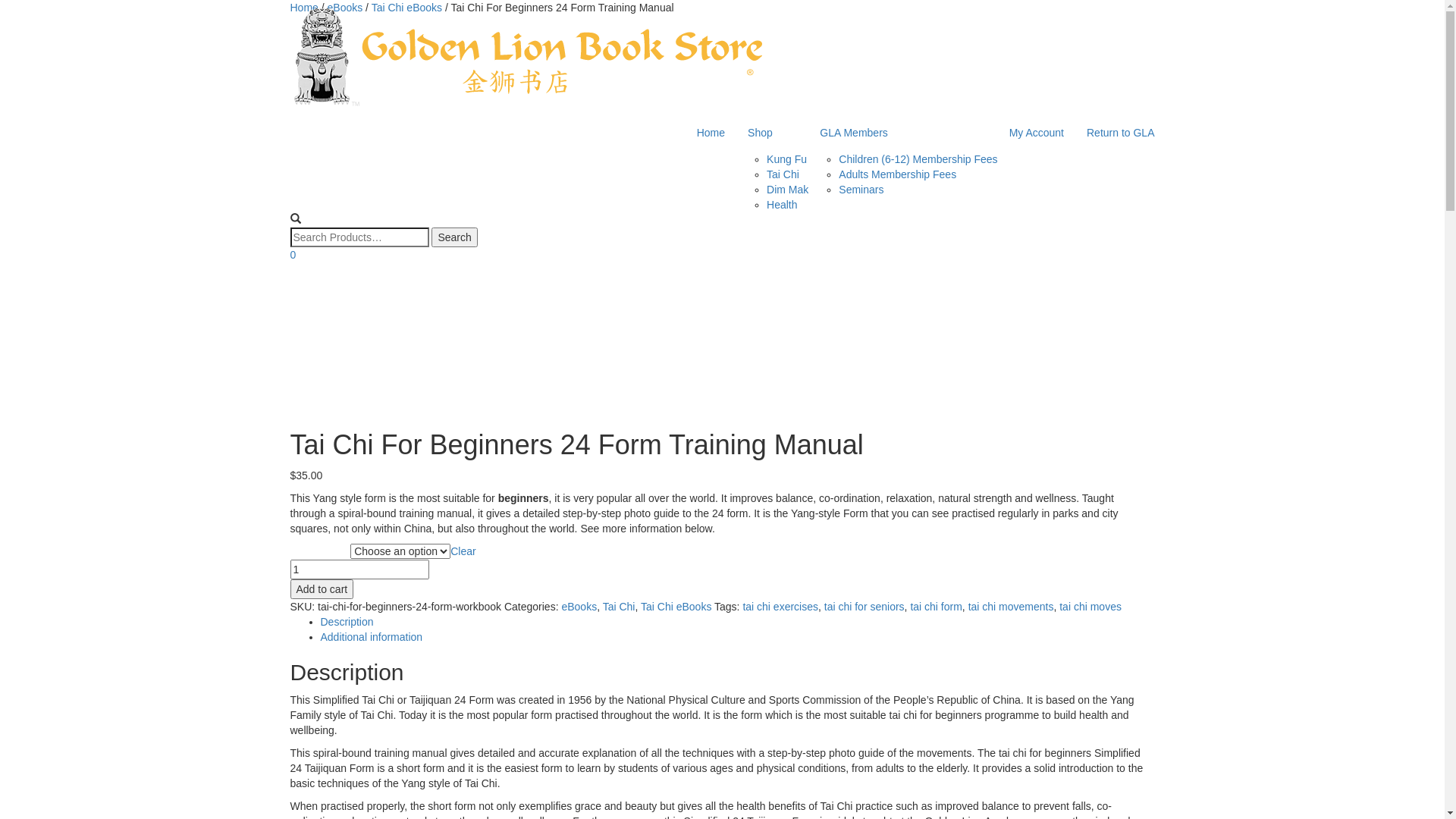 The width and height of the screenshot is (1456, 819). Describe the element at coordinates (742, 605) in the screenshot. I see `'tai chi exercises'` at that location.